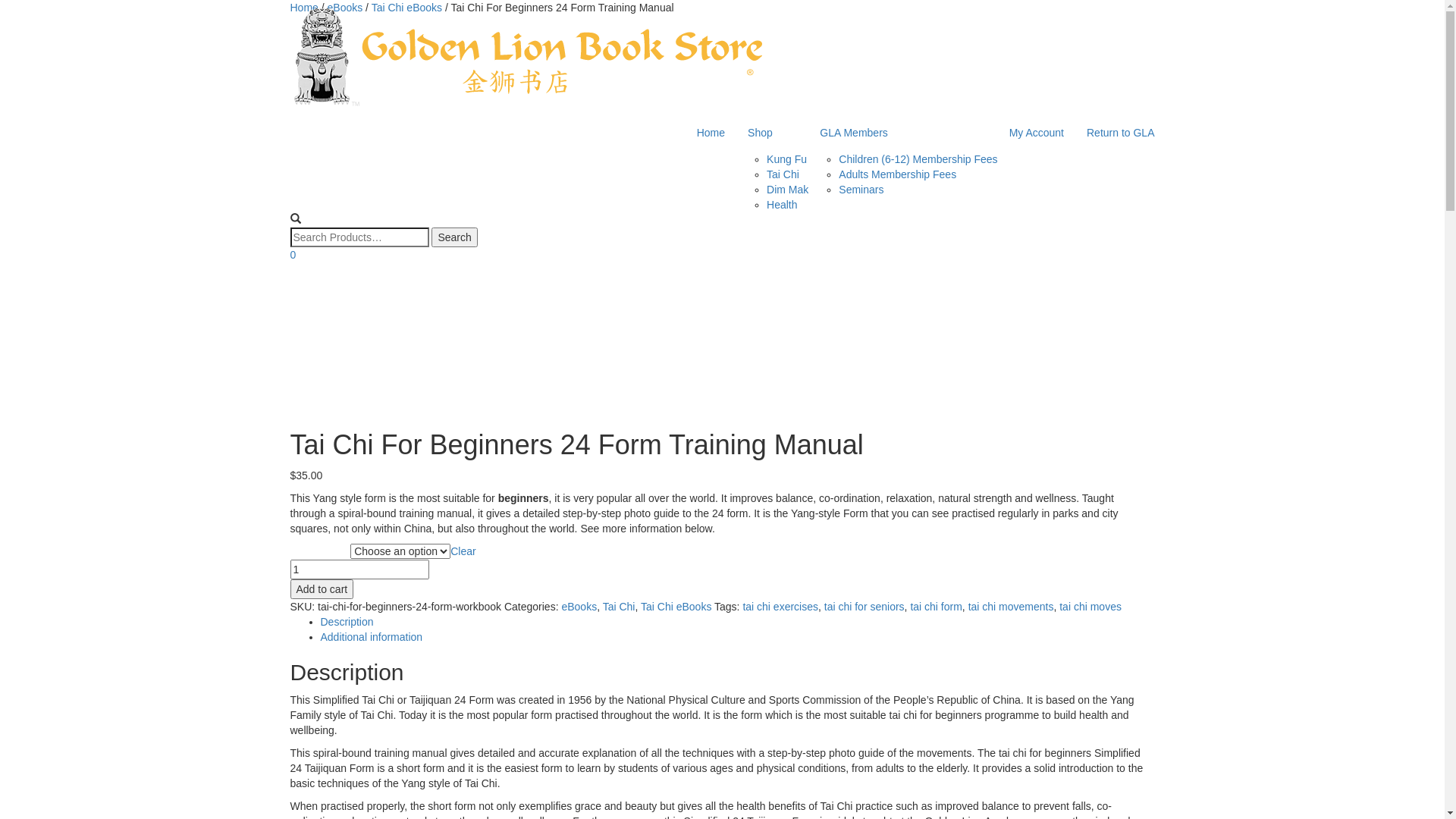 The width and height of the screenshot is (1456, 819). Describe the element at coordinates (742, 605) in the screenshot. I see `'tai chi exercises'` at that location.